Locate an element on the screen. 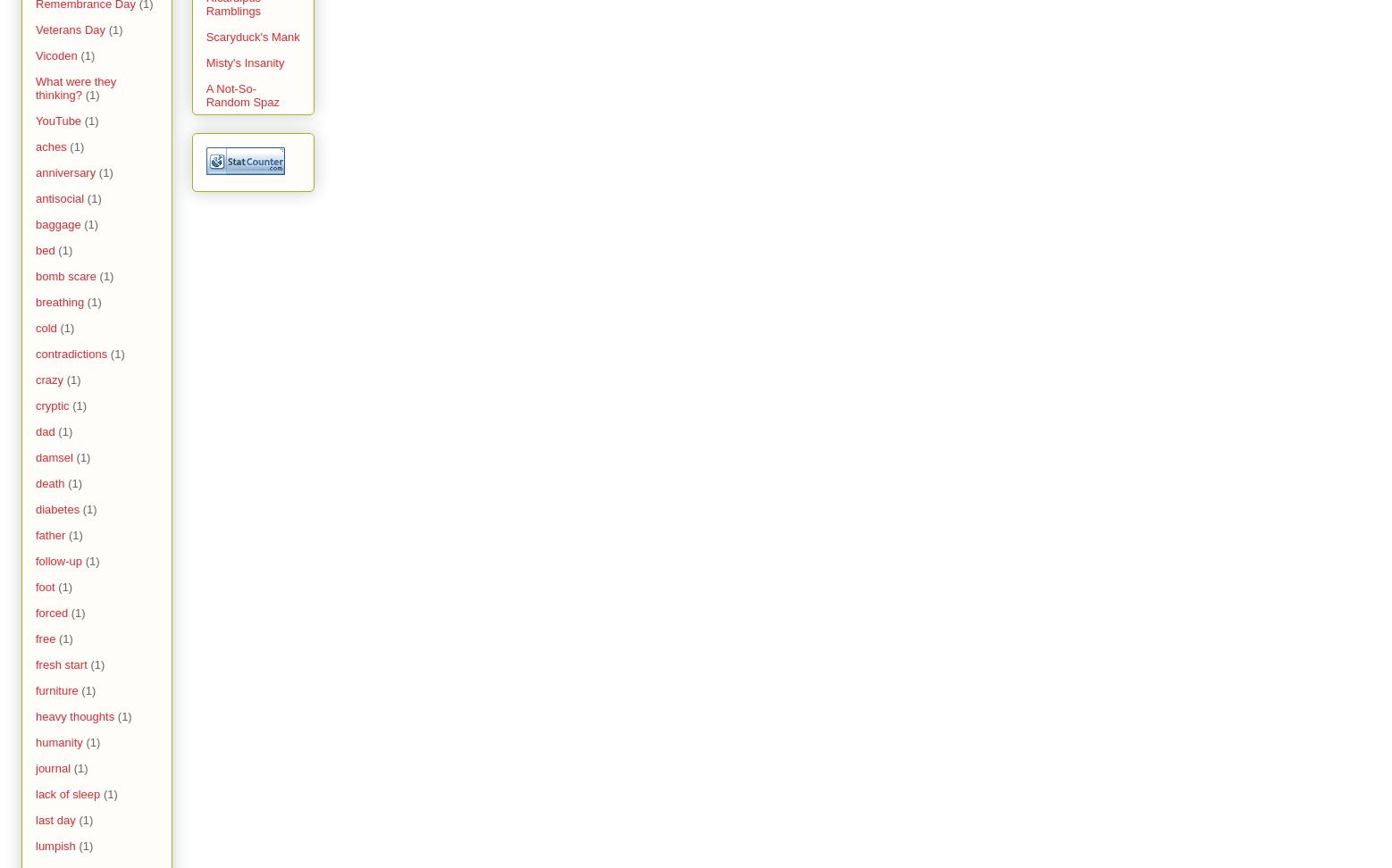 The width and height of the screenshot is (1392, 868). 'fresh start' is located at coordinates (36, 664).